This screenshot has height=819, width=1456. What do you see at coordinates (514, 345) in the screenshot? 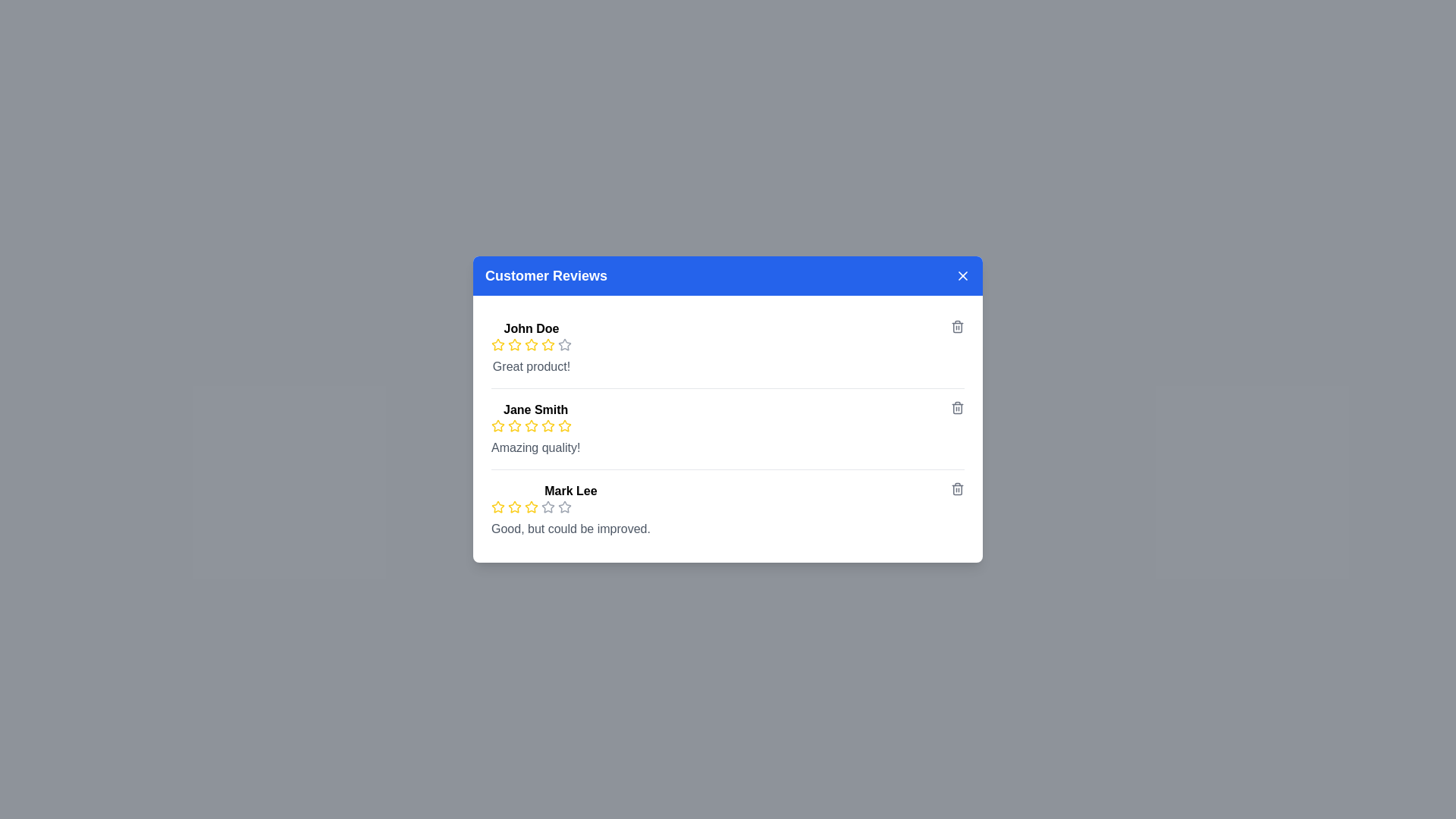
I see `the rating to 2 stars by clicking on the corresponding star` at bounding box center [514, 345].